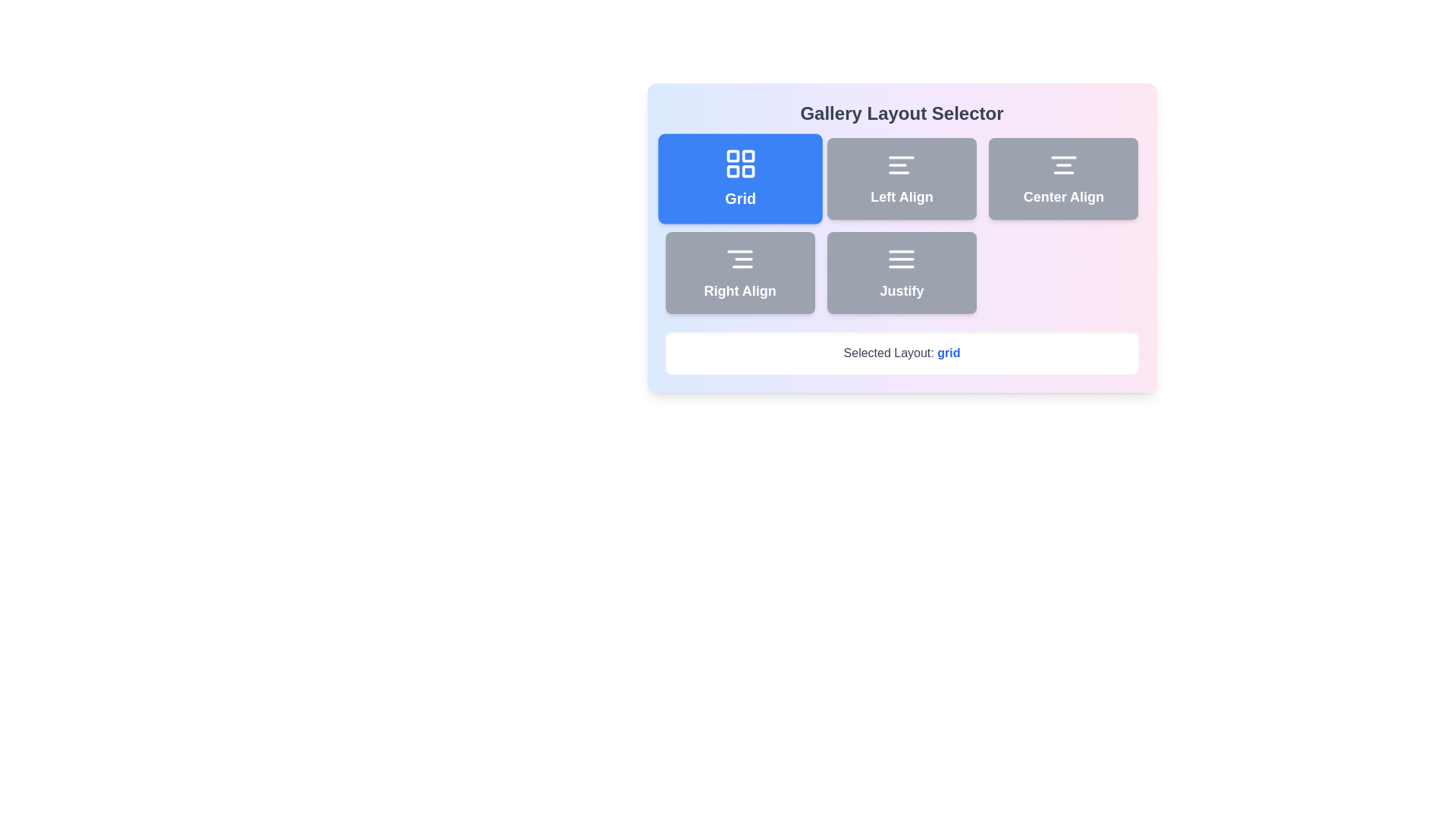 The height and width of the screenshot is (819, 1456). Describe the element at coordinates (902, 177) in the screenshot. I see `the 'Left Align' button, which is a rectangular button with rounded corners, gray background, and a white bold label reading 'Left Align'` at that location.